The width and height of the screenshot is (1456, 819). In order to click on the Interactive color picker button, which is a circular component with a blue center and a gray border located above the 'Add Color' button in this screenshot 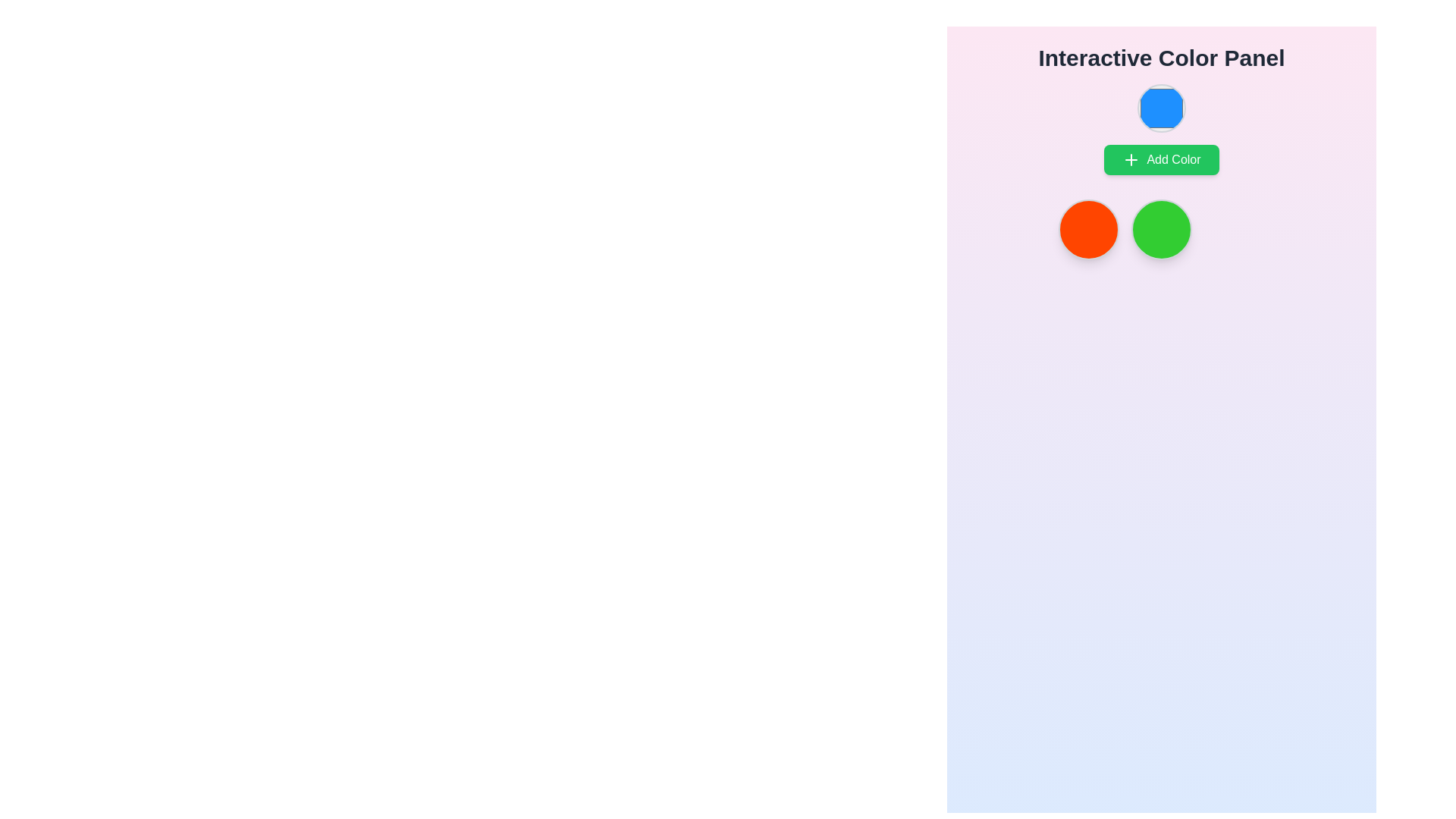, I will do `click(1160, 107)`.